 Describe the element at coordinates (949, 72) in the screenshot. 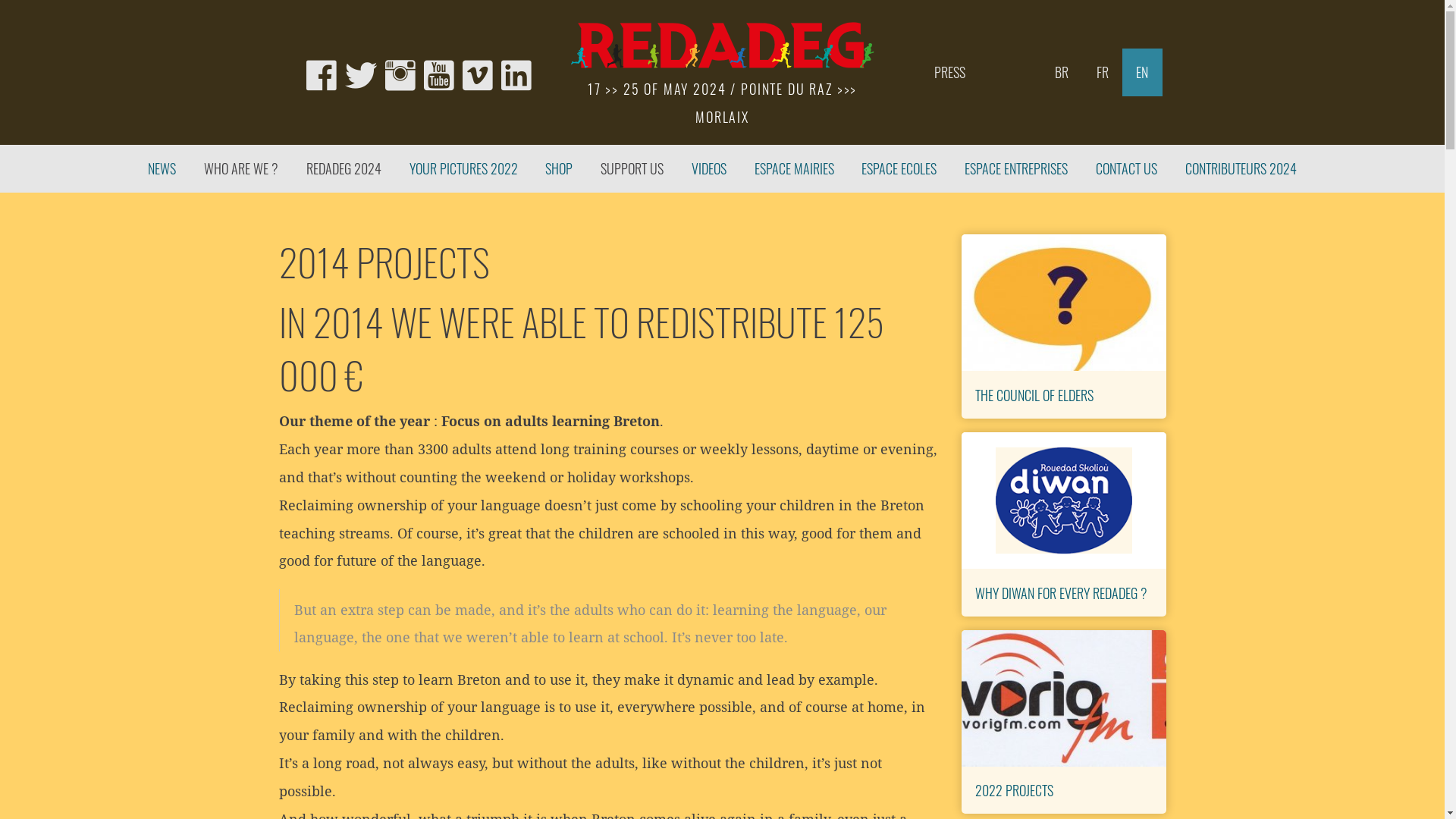

I see `'PRESS'` at that location.